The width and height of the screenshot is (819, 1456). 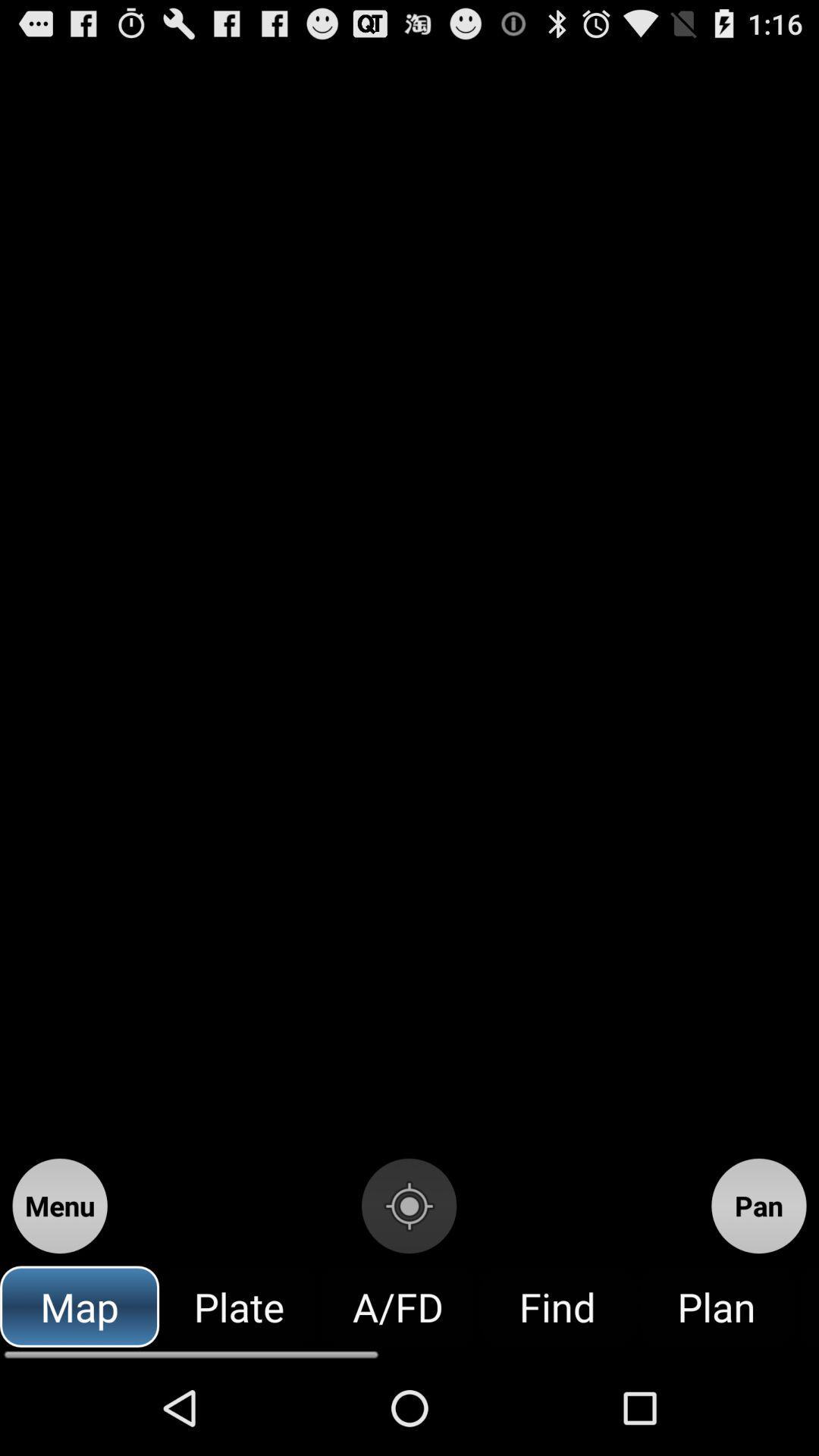 I want to click on the icon next to menu button, so click(x=408, y=1205).